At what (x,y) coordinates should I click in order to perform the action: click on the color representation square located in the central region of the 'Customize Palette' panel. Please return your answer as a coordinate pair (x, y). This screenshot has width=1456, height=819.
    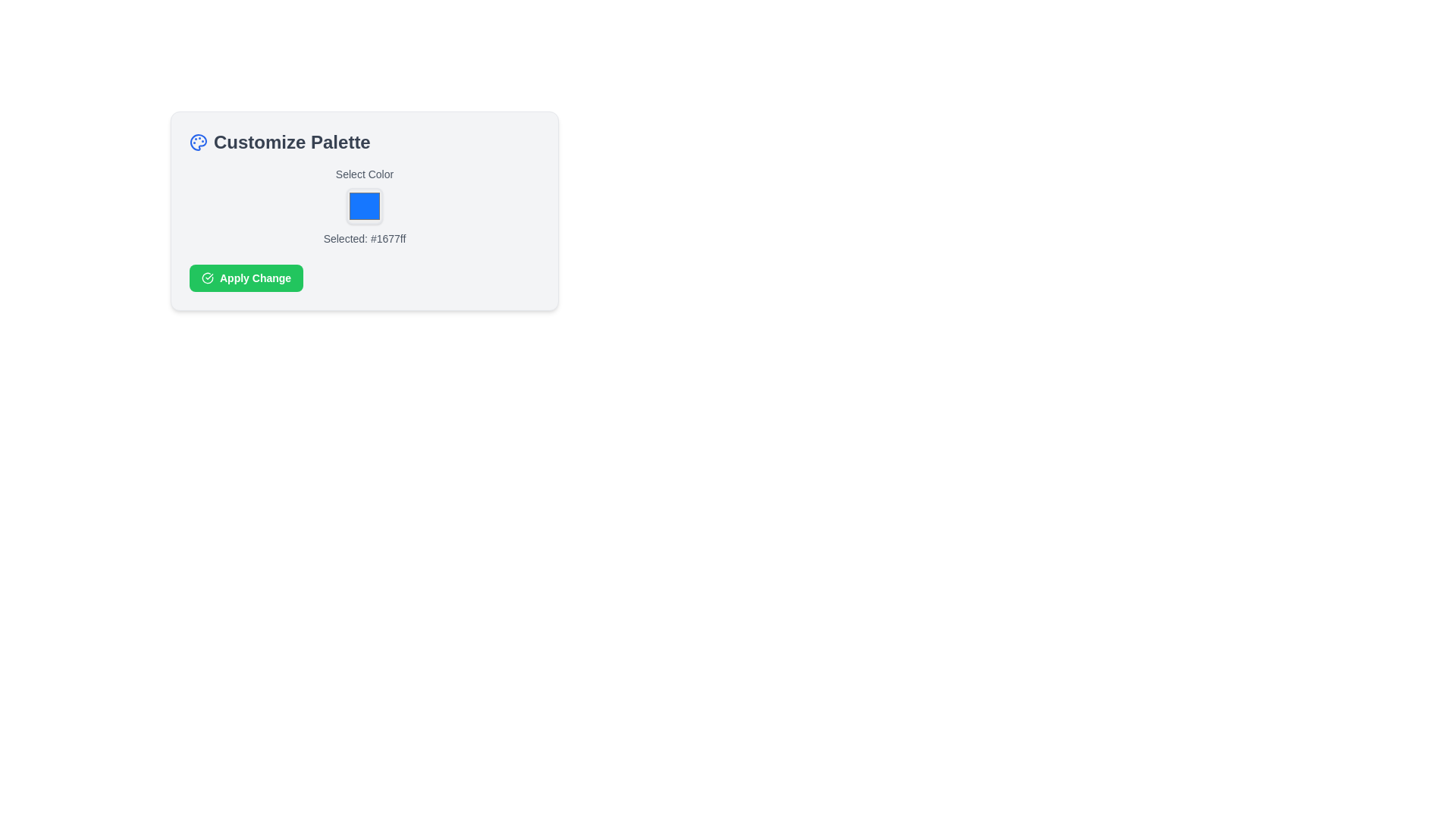
    Looking at the image, I should click on (364, 206).